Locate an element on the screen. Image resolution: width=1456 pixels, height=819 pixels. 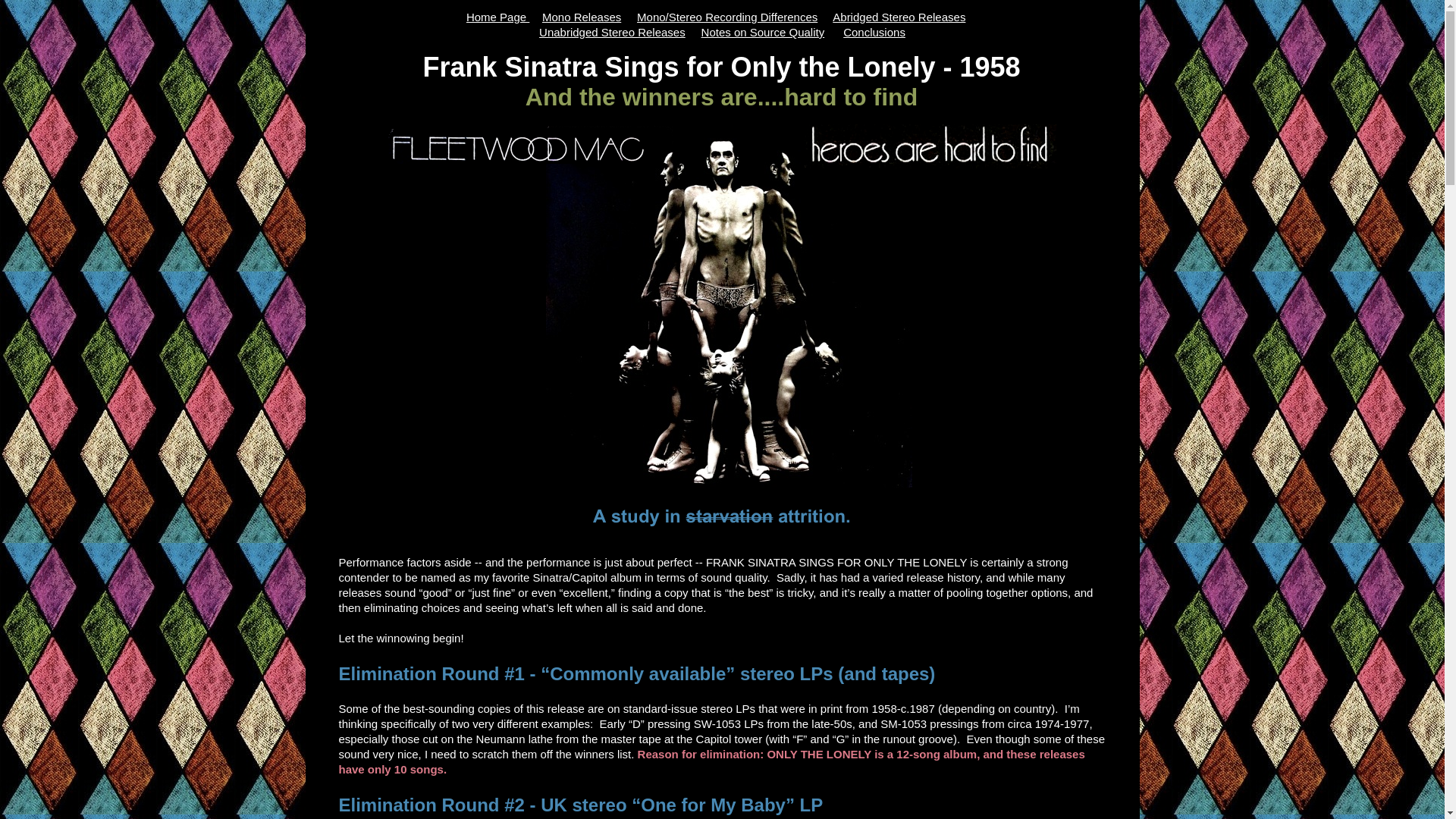
'Mono Releases' is located at coordinates (581, 17).